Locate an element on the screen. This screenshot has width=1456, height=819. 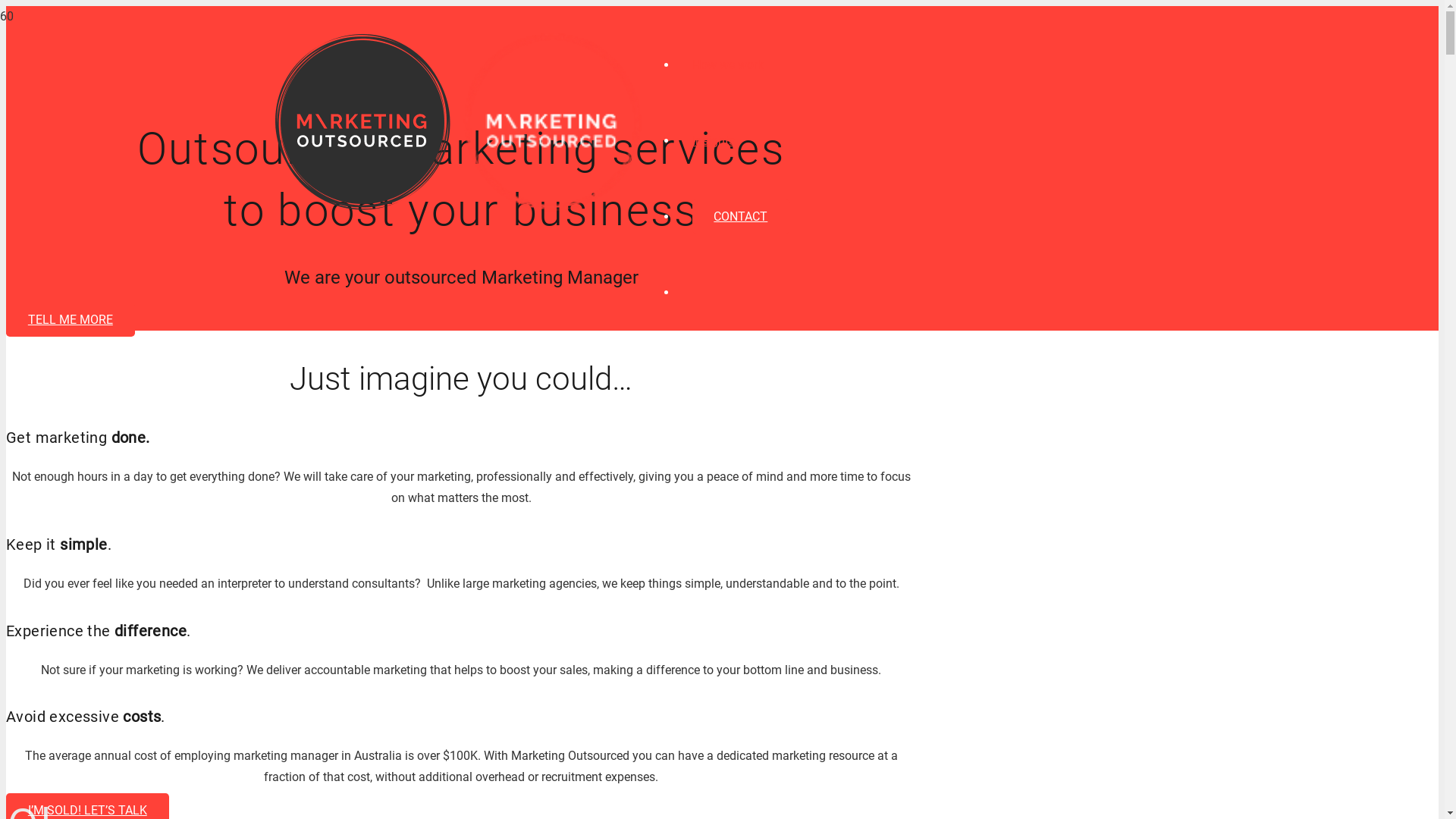
'TELL ME MORE' is located at coordinates (69, 318).